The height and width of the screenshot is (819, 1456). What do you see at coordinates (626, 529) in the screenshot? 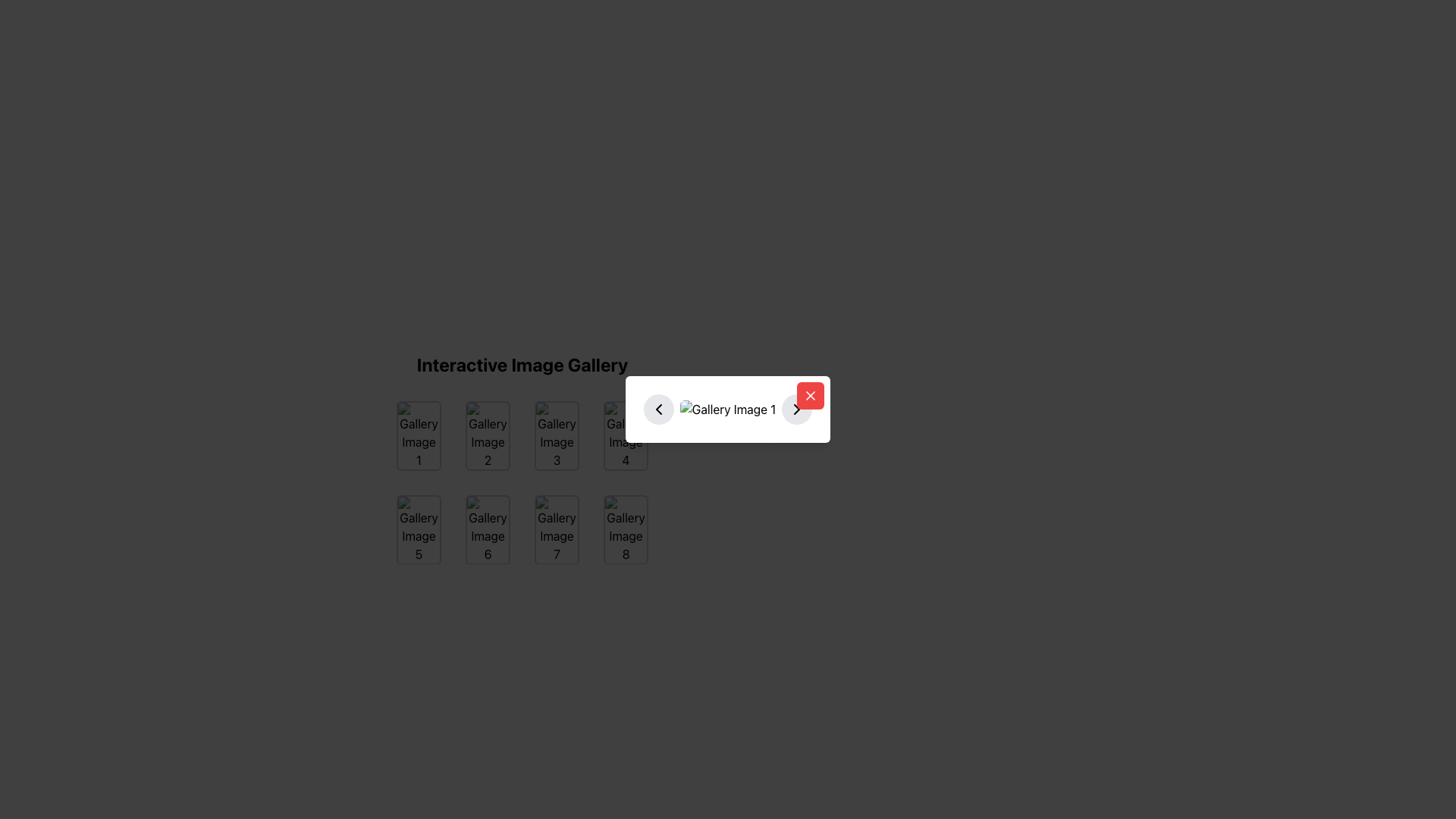
I see `the Image Preview Card displaying 'Gallery Image 8', which is located in the last row and last column of a 4x2 grid layout` at bounding box center [626, 529].